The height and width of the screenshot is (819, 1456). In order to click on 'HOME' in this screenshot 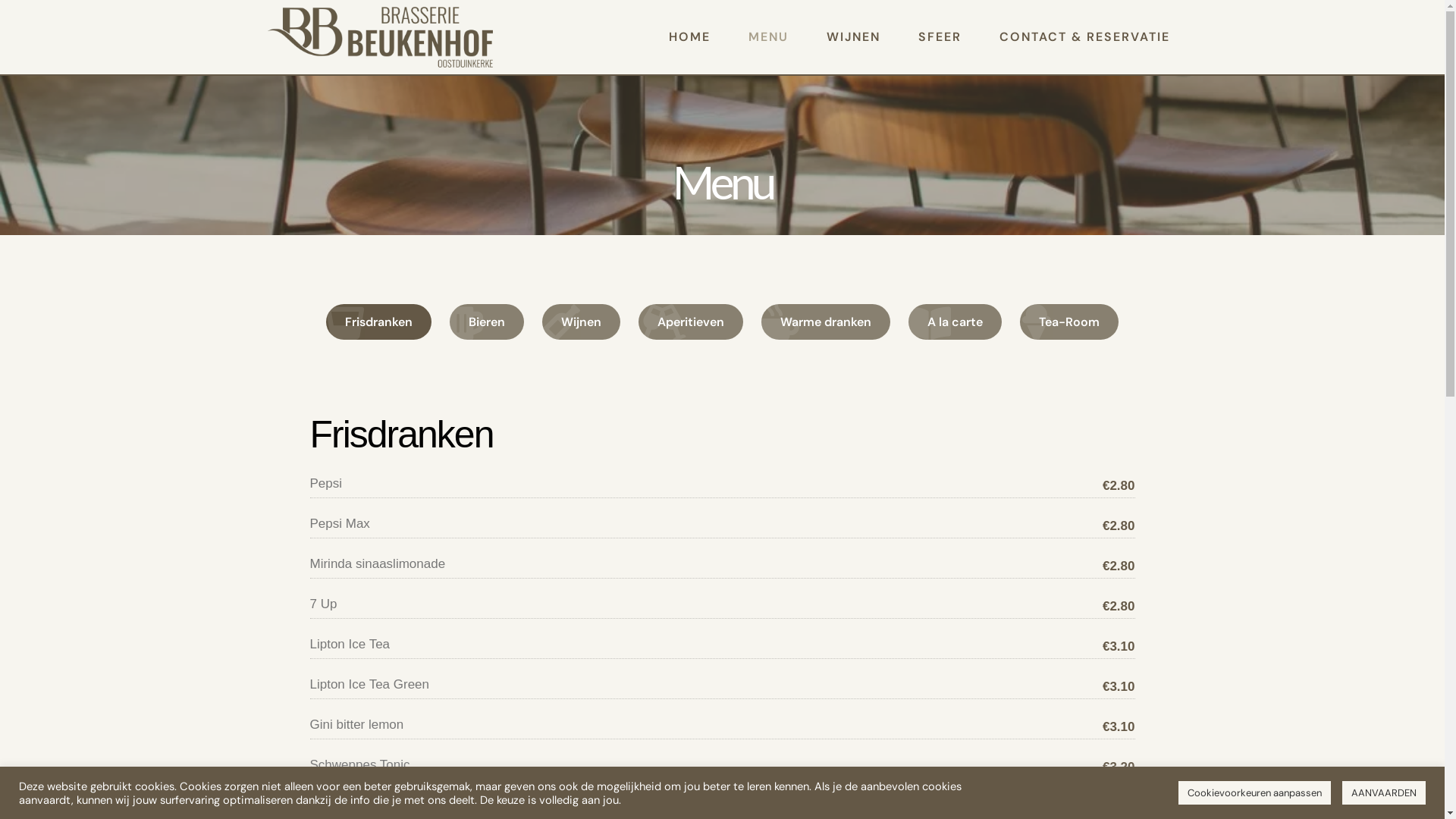, I will do `click(689, 36)`.